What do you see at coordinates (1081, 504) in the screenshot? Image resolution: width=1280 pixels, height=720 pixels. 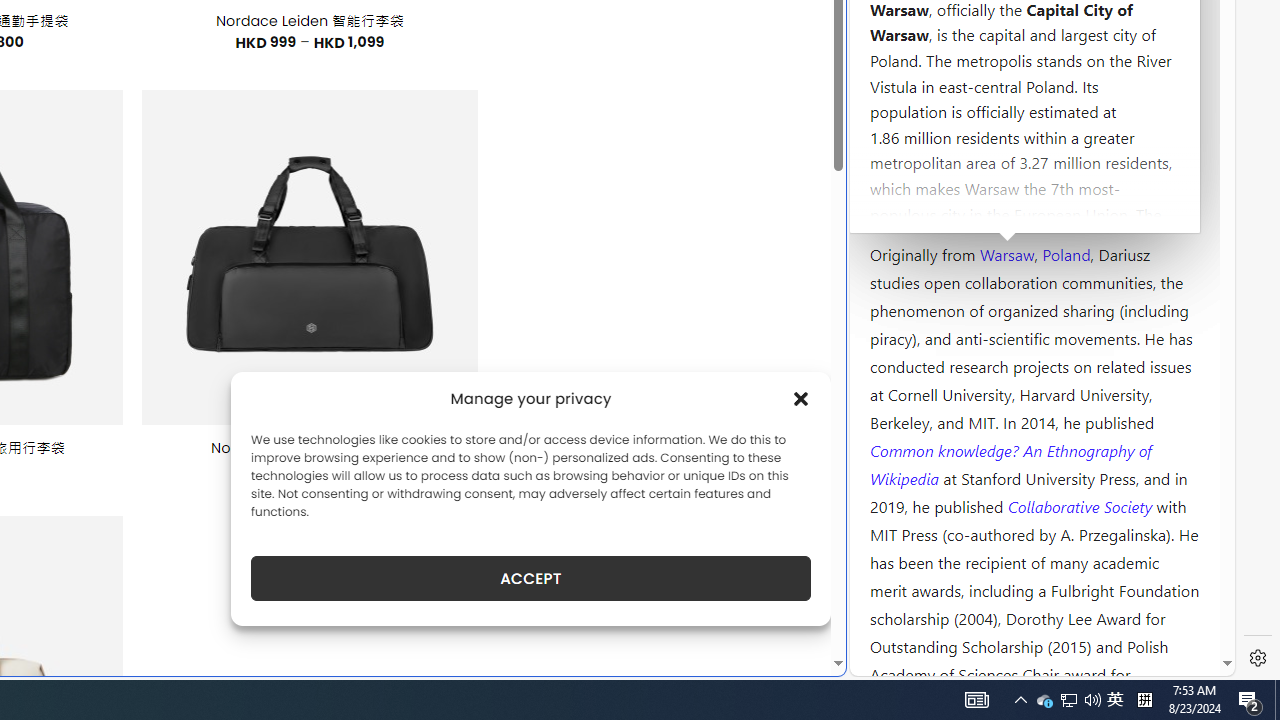 I see `'Collaborative Society '` at bounding box center [1081, 504].